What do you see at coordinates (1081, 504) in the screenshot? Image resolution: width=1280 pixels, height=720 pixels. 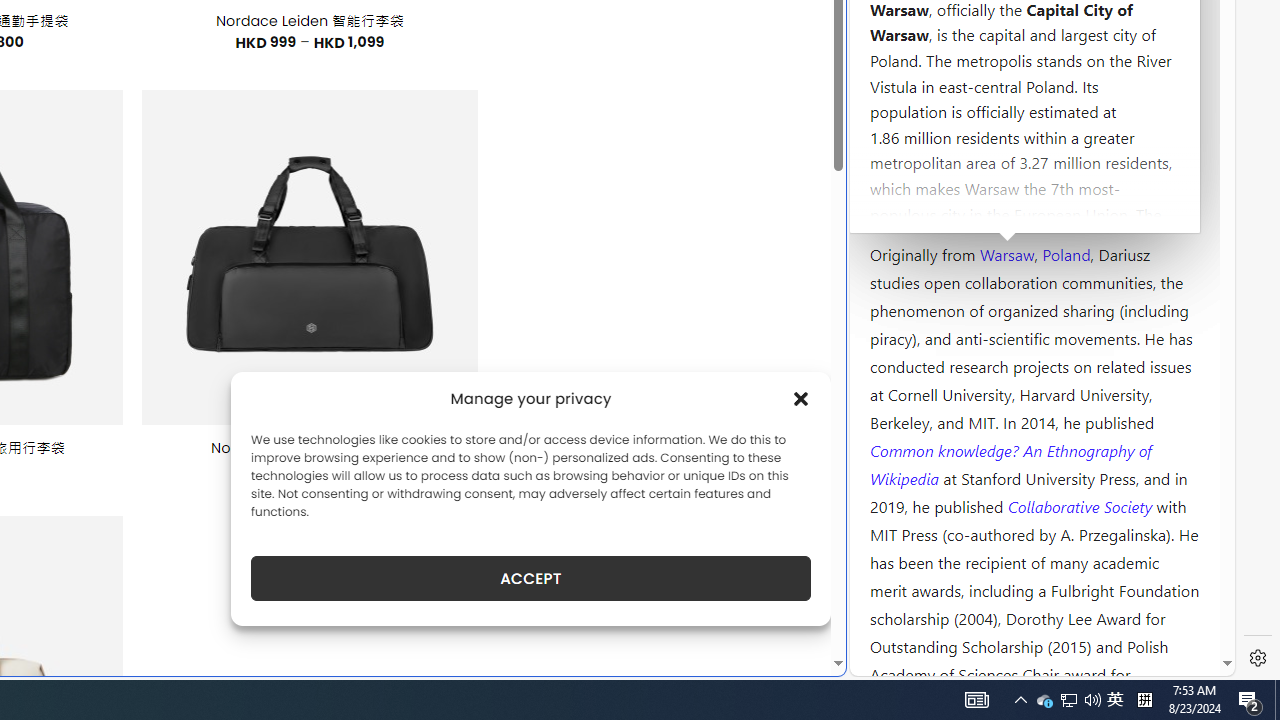 I see `'Collaborative Society '` at bounding box center [1081, 504].